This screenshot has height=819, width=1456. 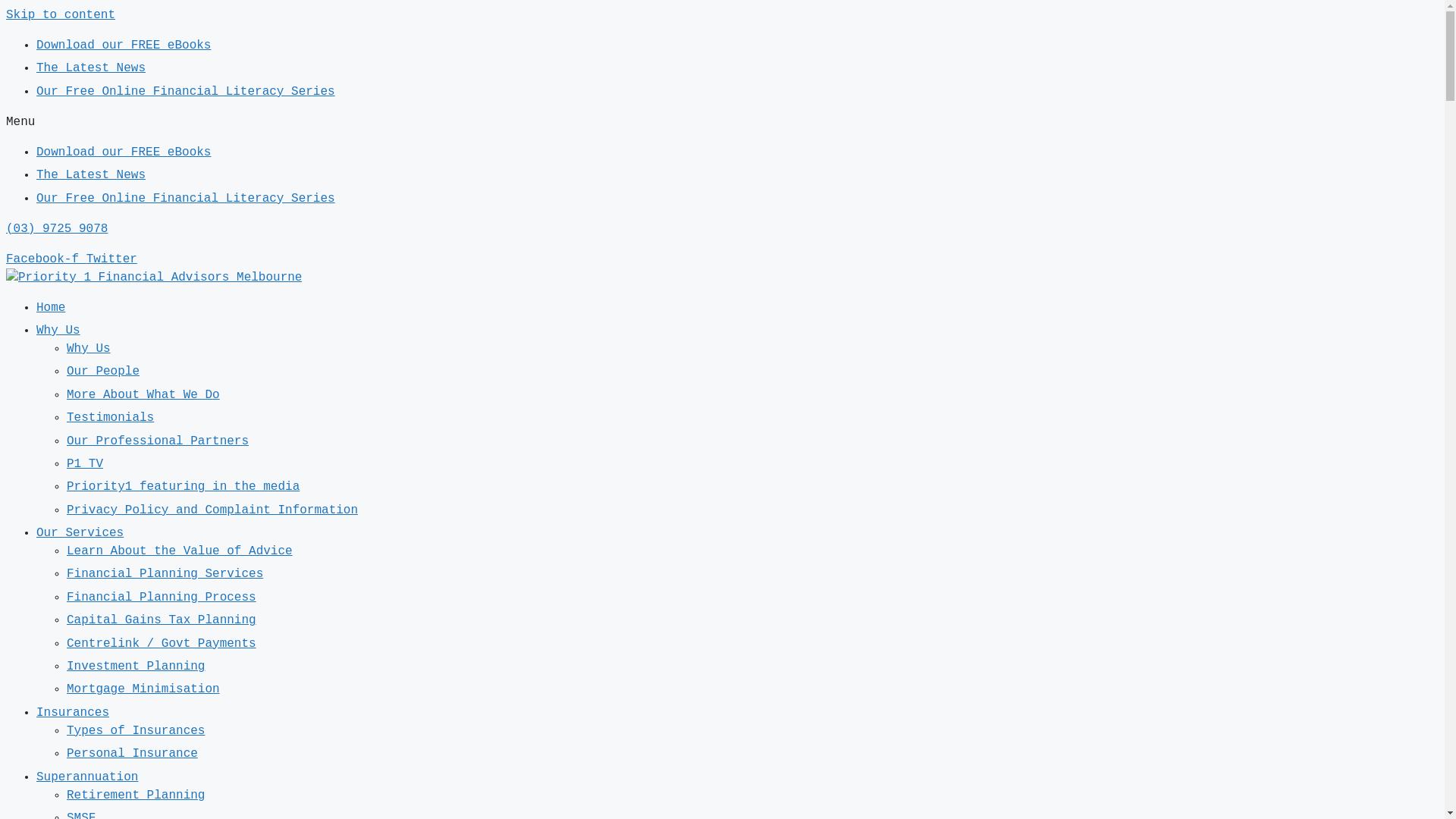 I want to click on 'Capital Gains Tax Planning', so click(x=65, y=620).